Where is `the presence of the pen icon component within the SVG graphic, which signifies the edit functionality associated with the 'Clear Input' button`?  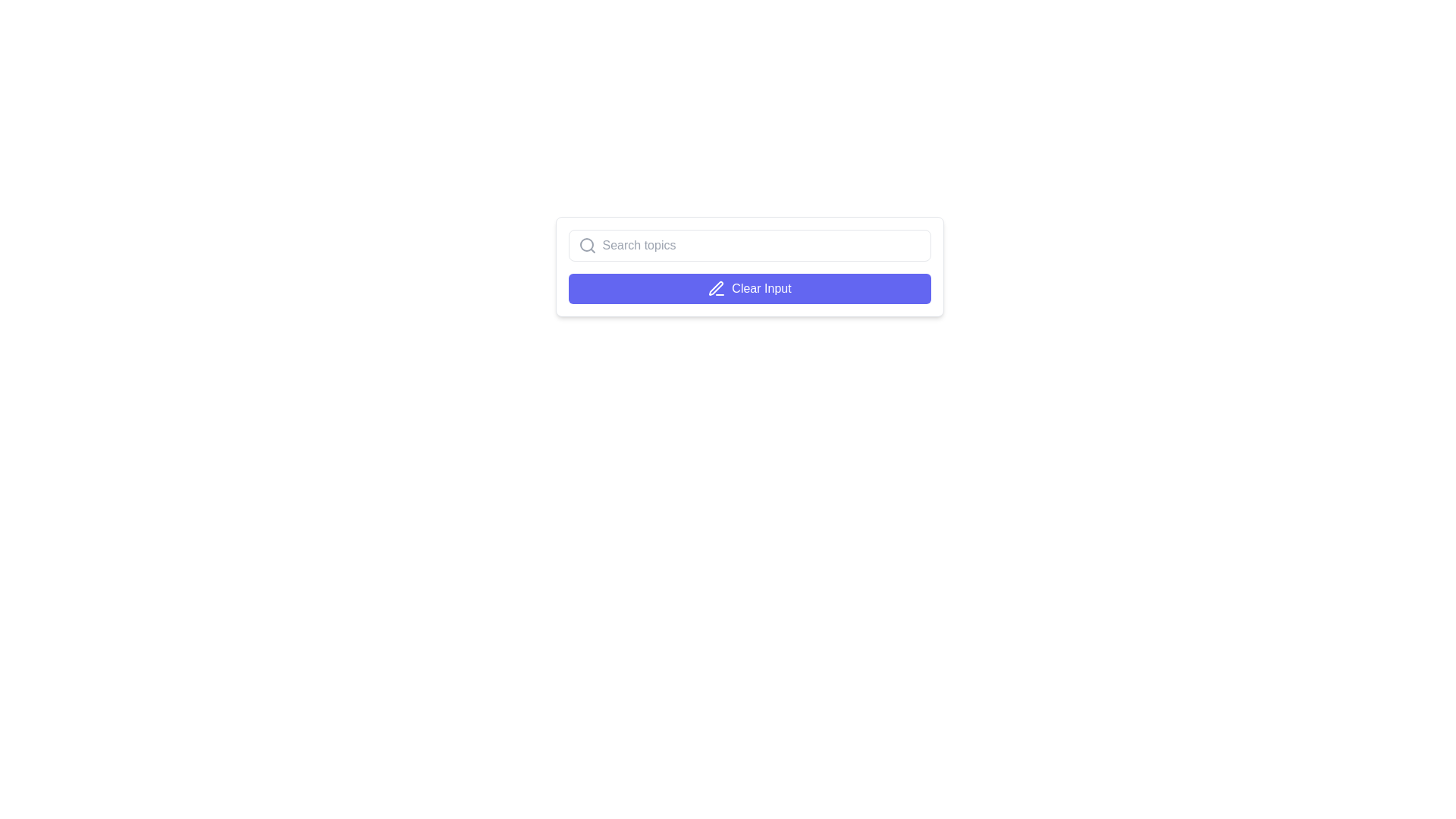
the presence of the pen icon component within the SVG graphic, which signifies the edit functionality associated with the 'Clear Input' button is located at coordinates (715, 288).